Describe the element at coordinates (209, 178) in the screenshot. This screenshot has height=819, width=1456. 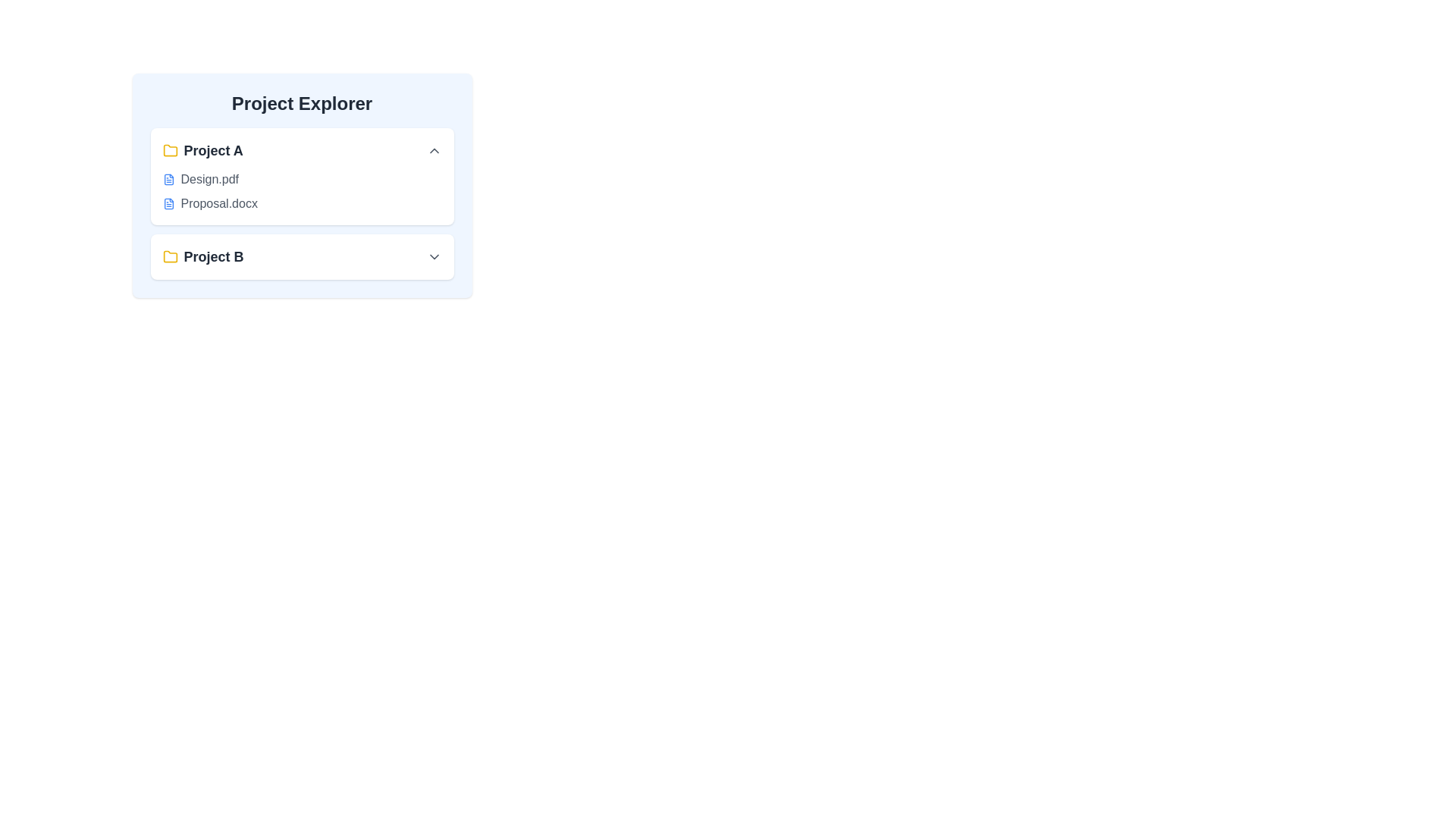
I see `the file named 'Design.pdf' to select it` at that location.